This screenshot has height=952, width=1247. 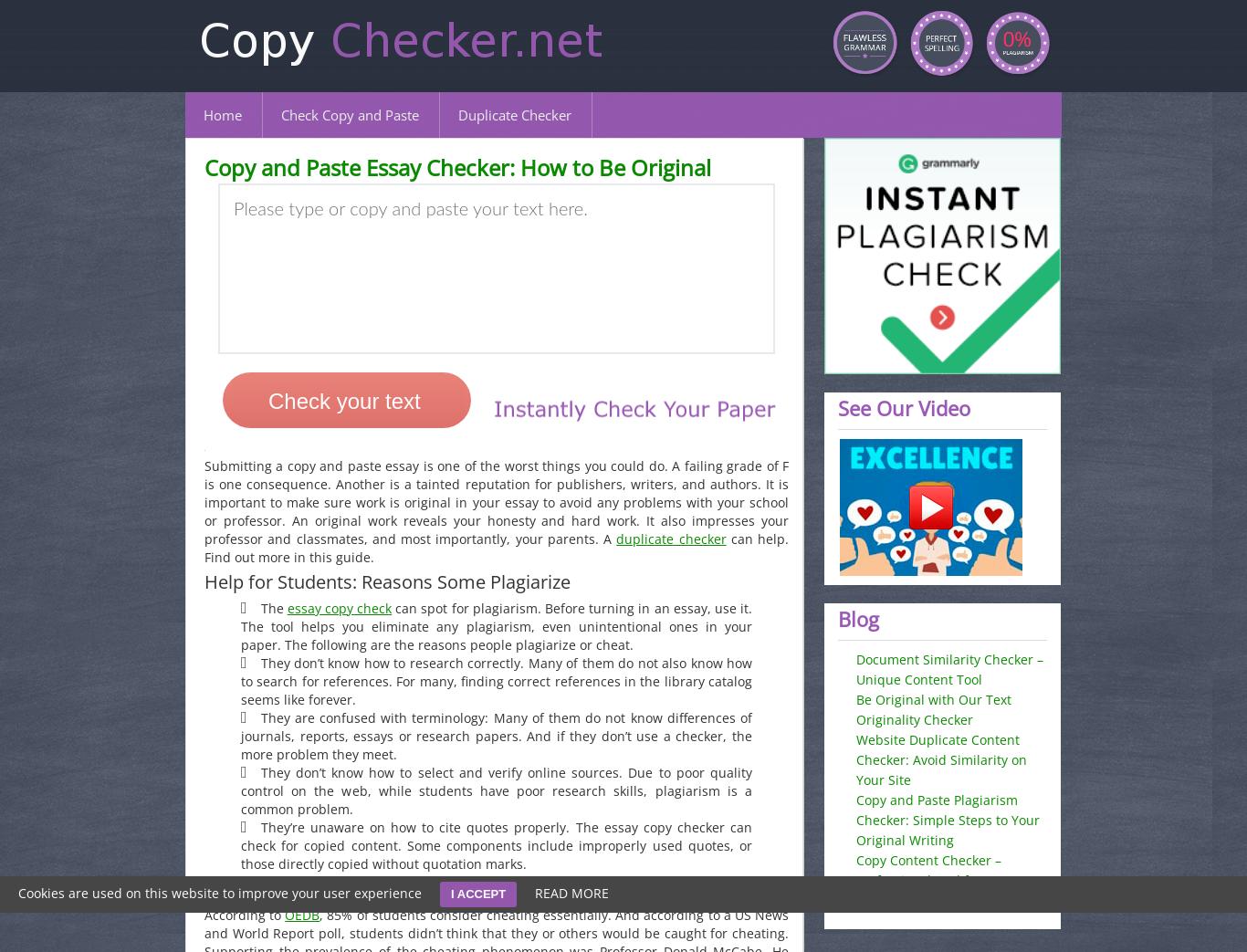 What do you see at coordinates (496, 547) in the screenshot?
I see `'can help. Find out more in this guide.'` at bounding box center [496, 547].